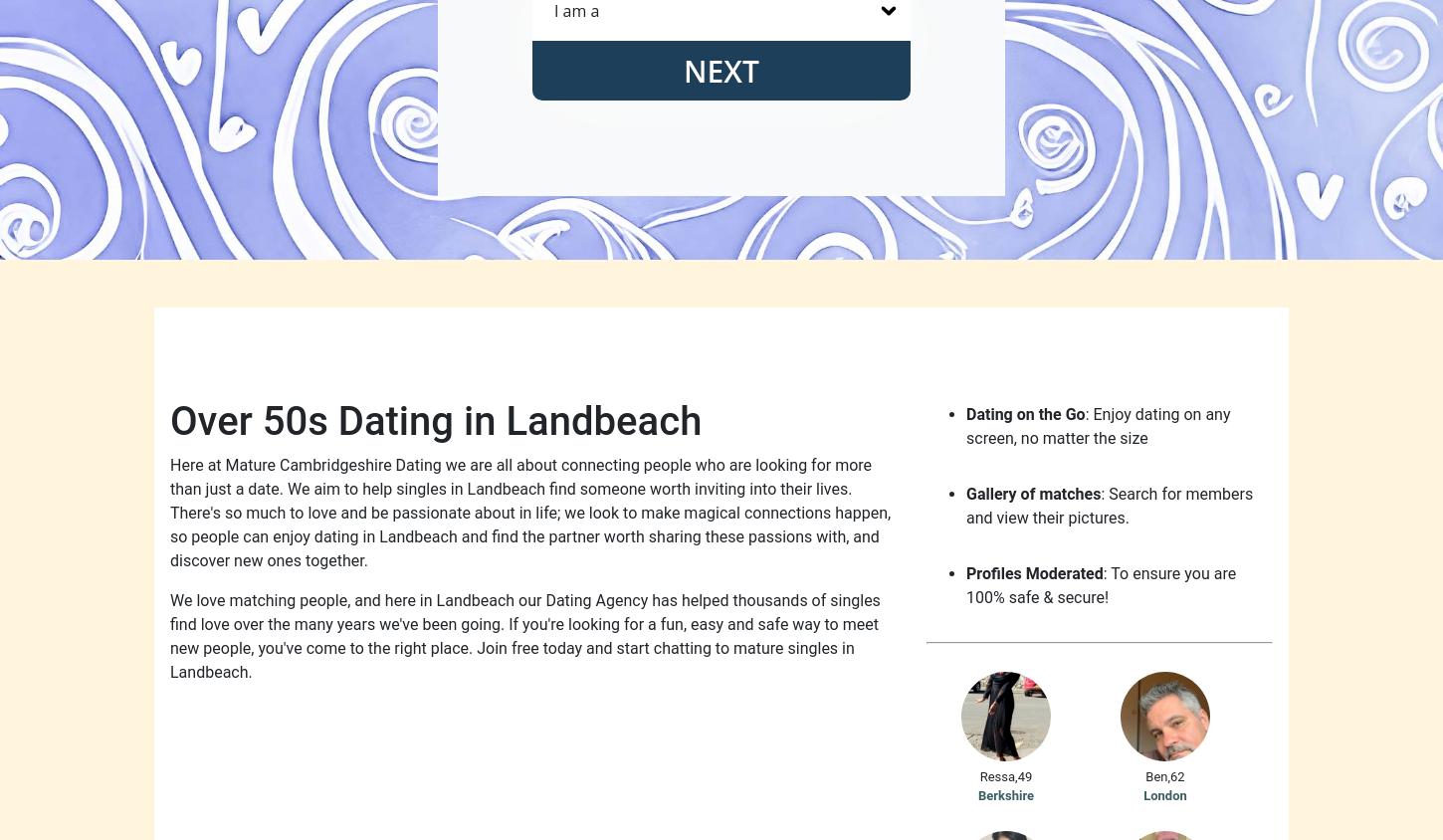 This screenshot has width=1443, height=840. What do you see at coordinates (966, 505) in the screenshot?
I see `': Search for members and view their pictures.'` at bounding box center [966, 505].